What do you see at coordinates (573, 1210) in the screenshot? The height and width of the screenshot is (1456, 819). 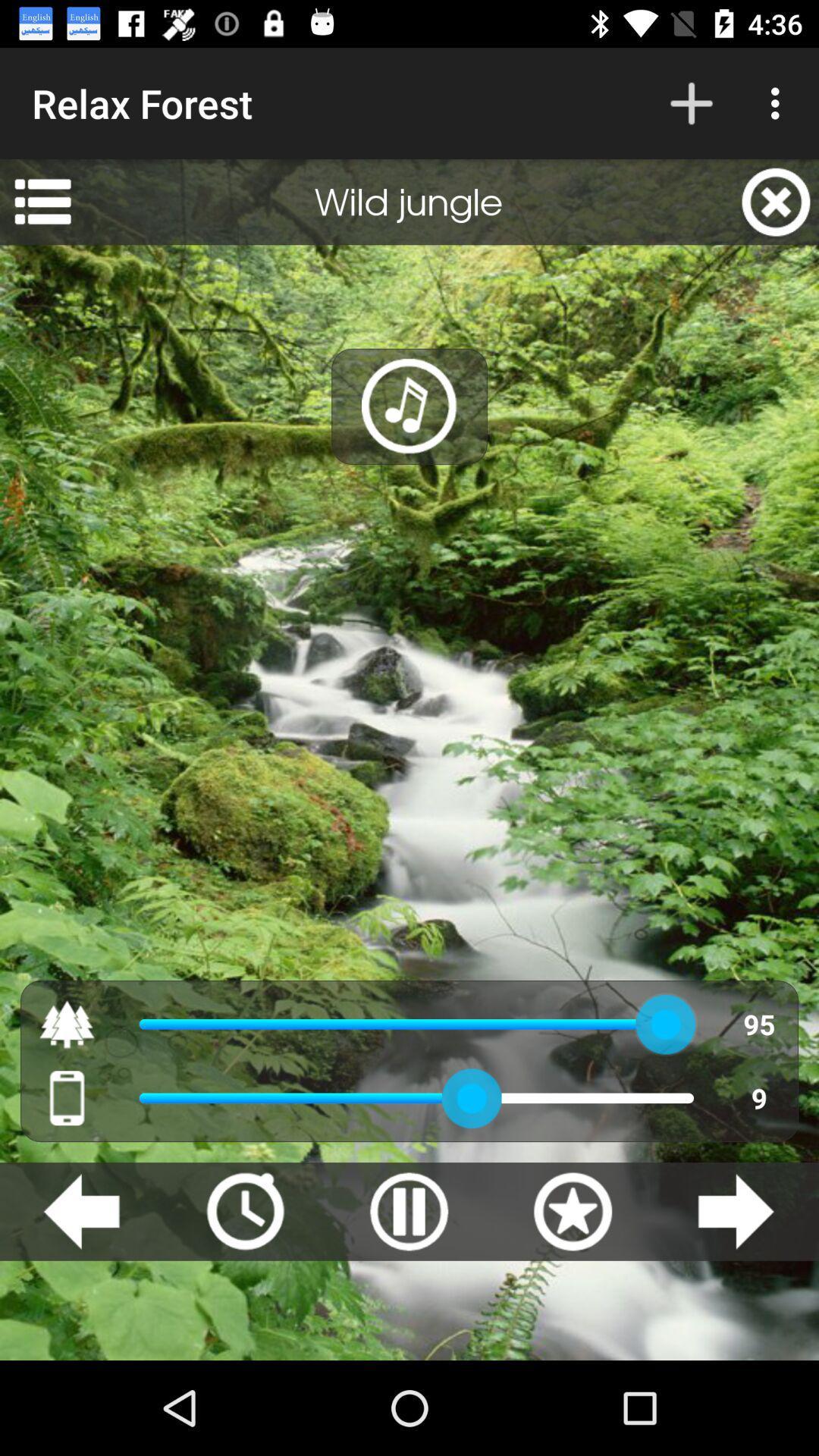 I see `the star icon` at bounding box center [573, 1210].